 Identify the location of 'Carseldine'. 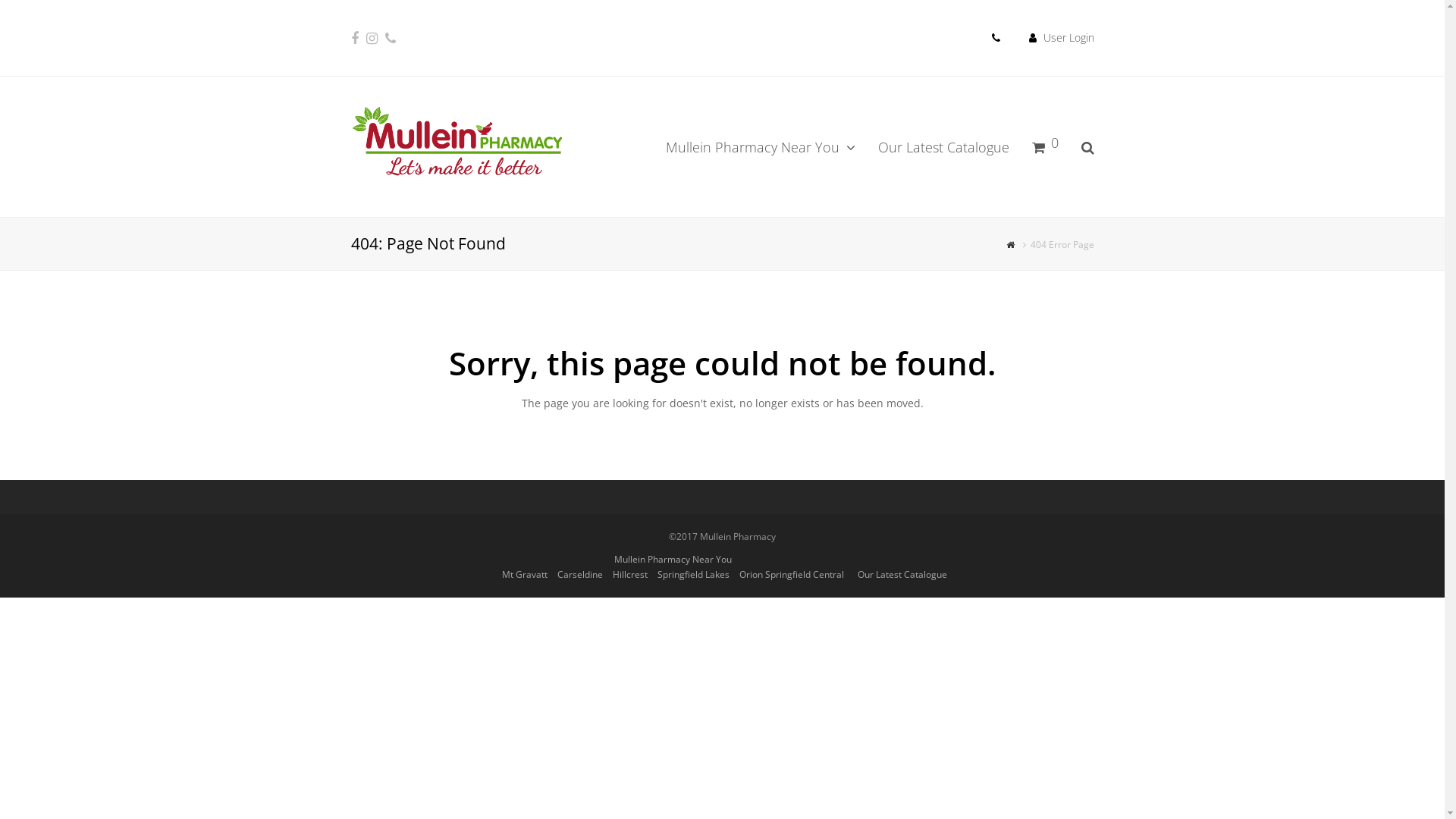
(578, 574).